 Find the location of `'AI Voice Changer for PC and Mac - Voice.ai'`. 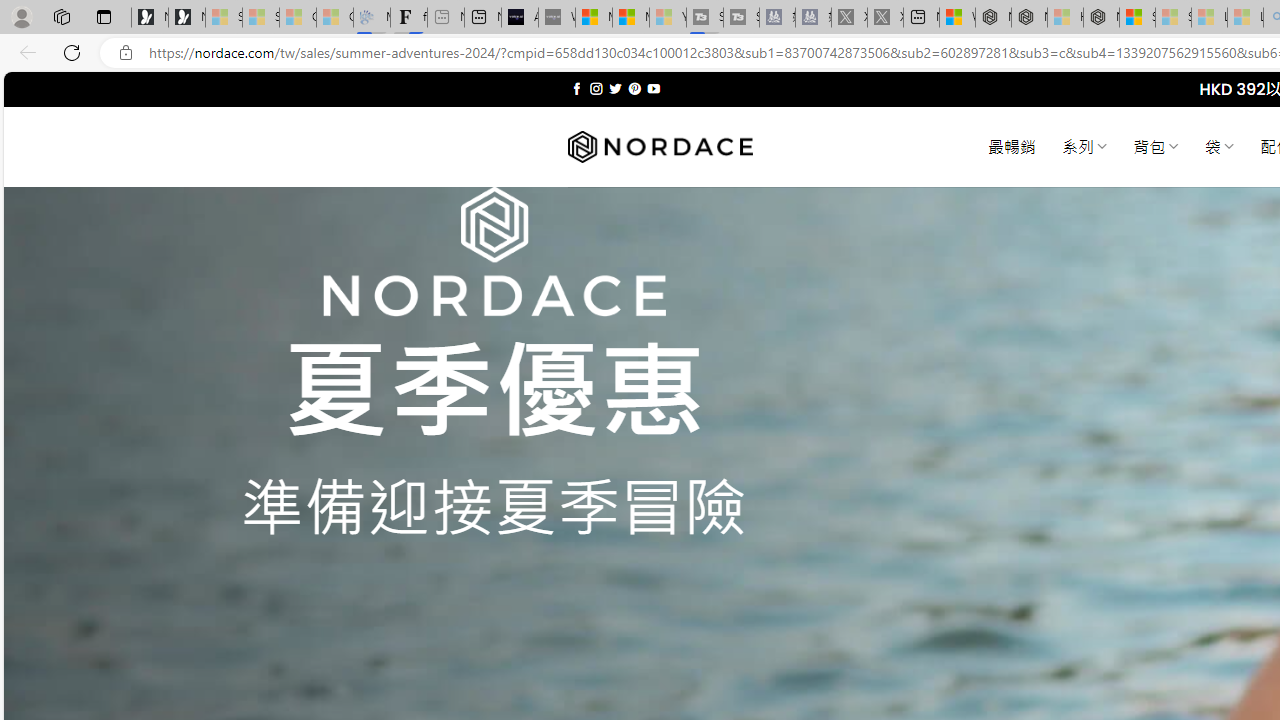

'AI Voice Changer for PC and Mac - Voice.ai' is located at coordinates (519, 17).